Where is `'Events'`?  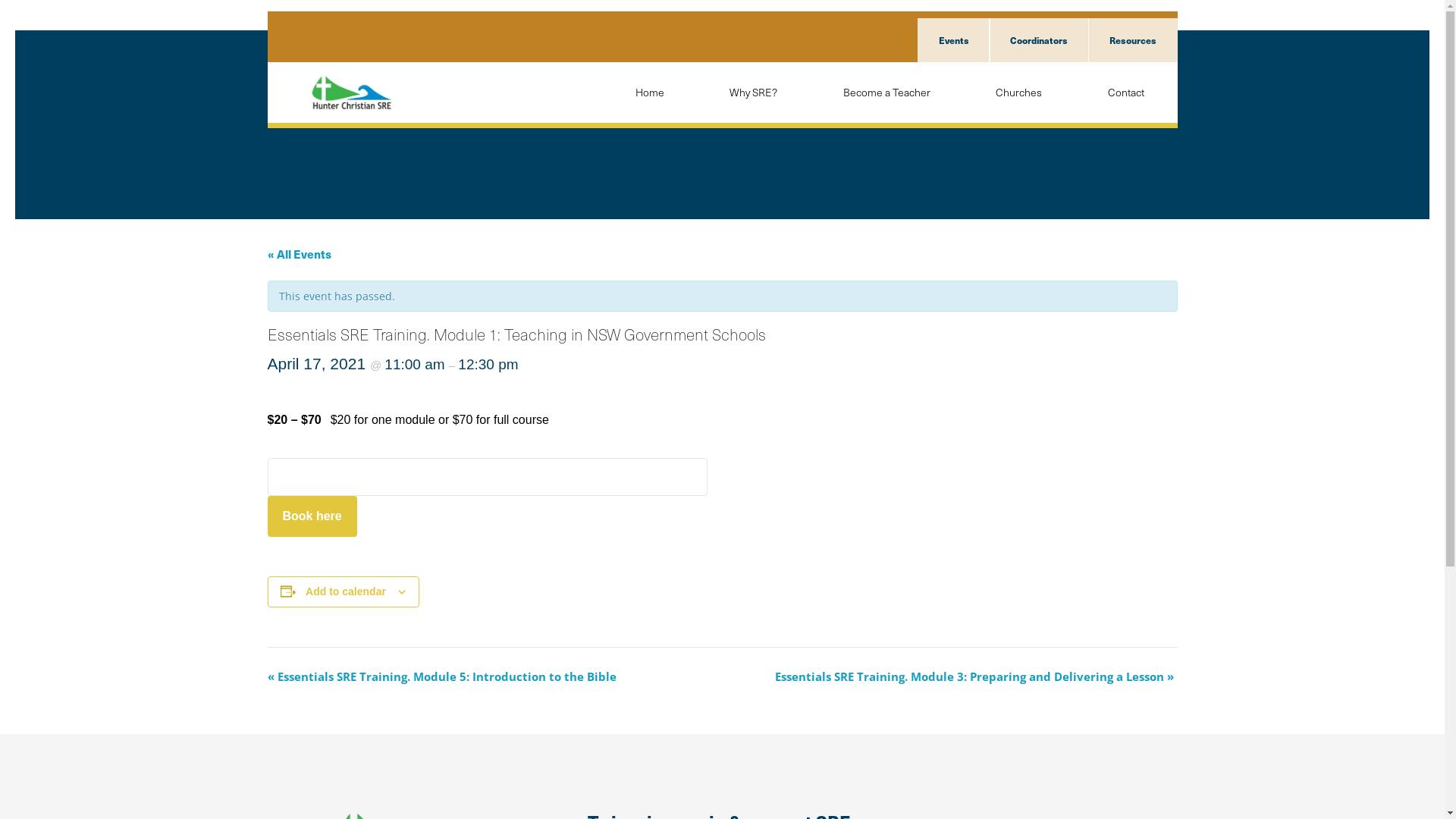
'Events' is located at coordinates (916, 39).